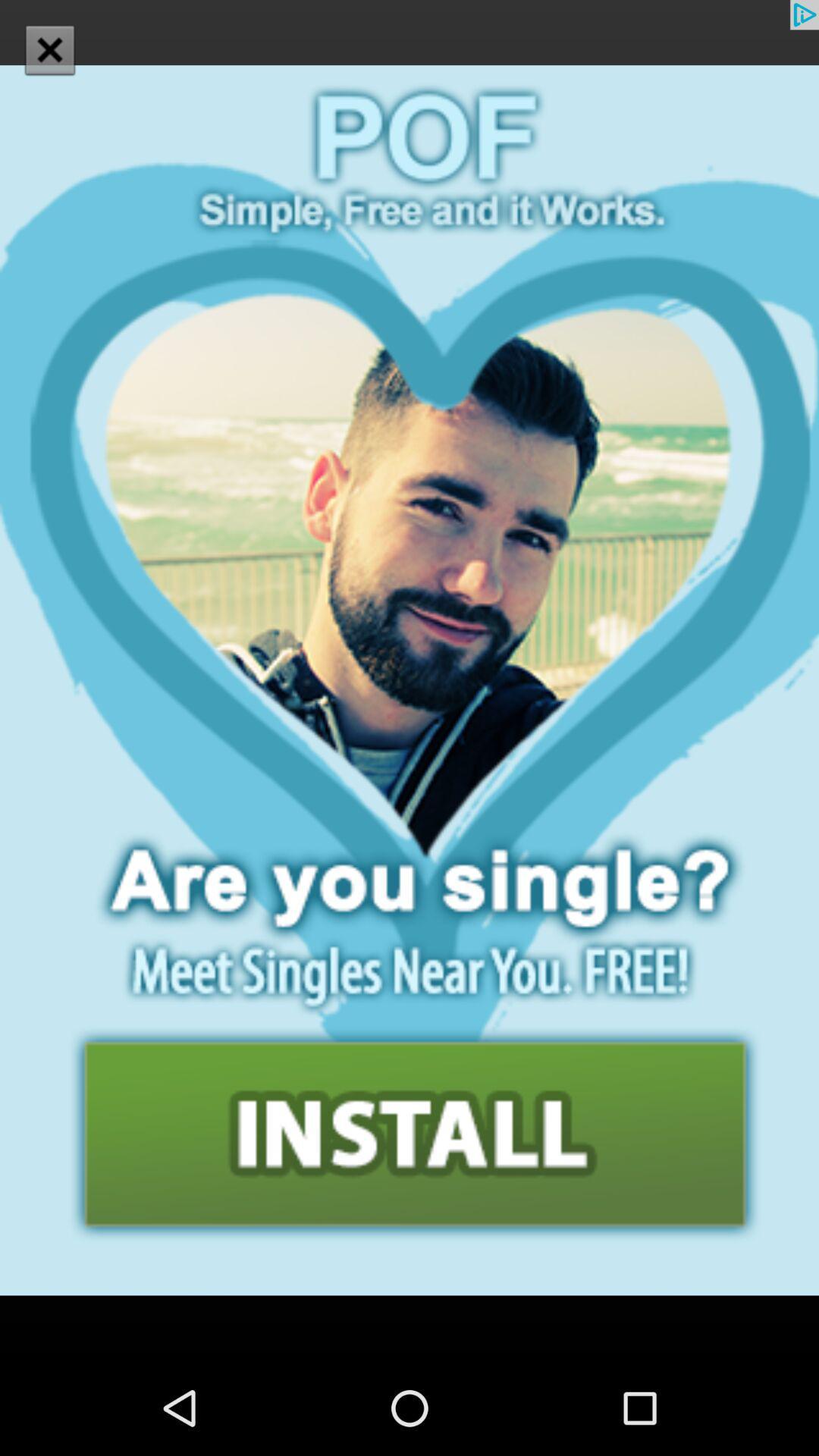  I want to click on the close icon, so click(49, 53).